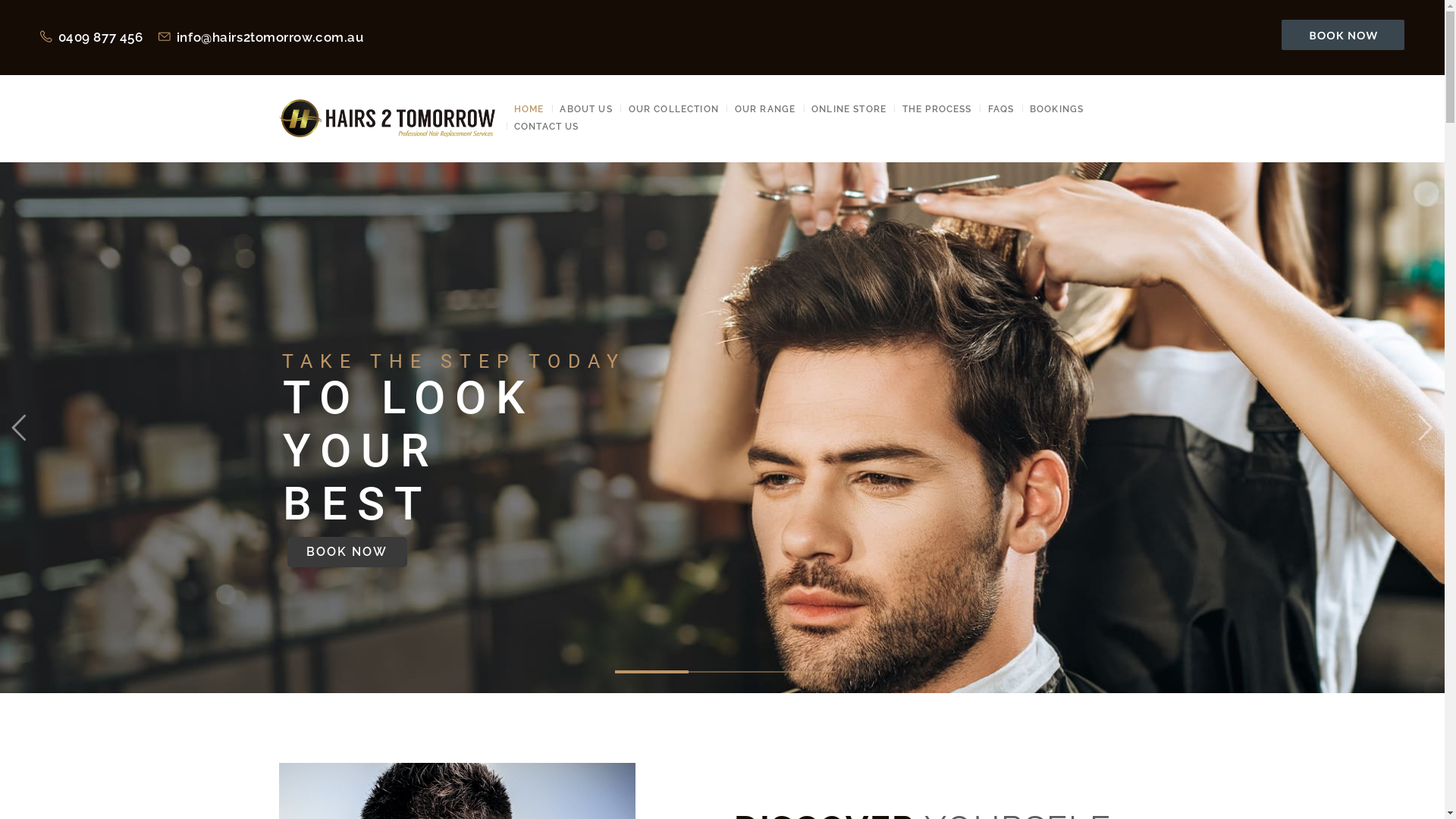 The image size is (1456, 819). What do you see at coordinates (764, 108) in the screenshot?
I see `'OUR RANGE'` at bounding box center [764, 108].